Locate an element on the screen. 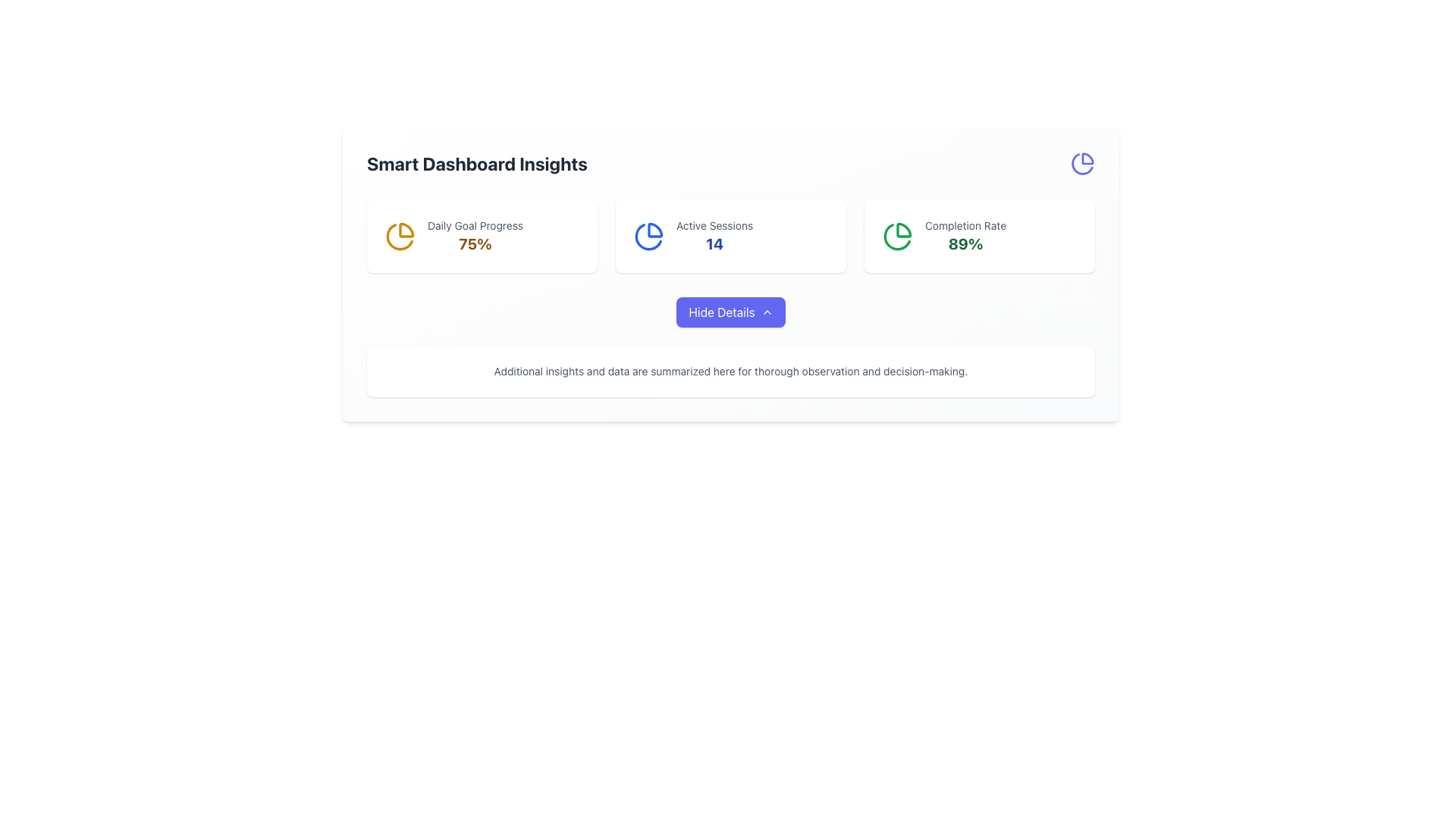  the second segment of the pie chart icon representing '89%' for the 'Completion Rate', located within the 'Completion Rate' card is located at coordinates (897, 237).